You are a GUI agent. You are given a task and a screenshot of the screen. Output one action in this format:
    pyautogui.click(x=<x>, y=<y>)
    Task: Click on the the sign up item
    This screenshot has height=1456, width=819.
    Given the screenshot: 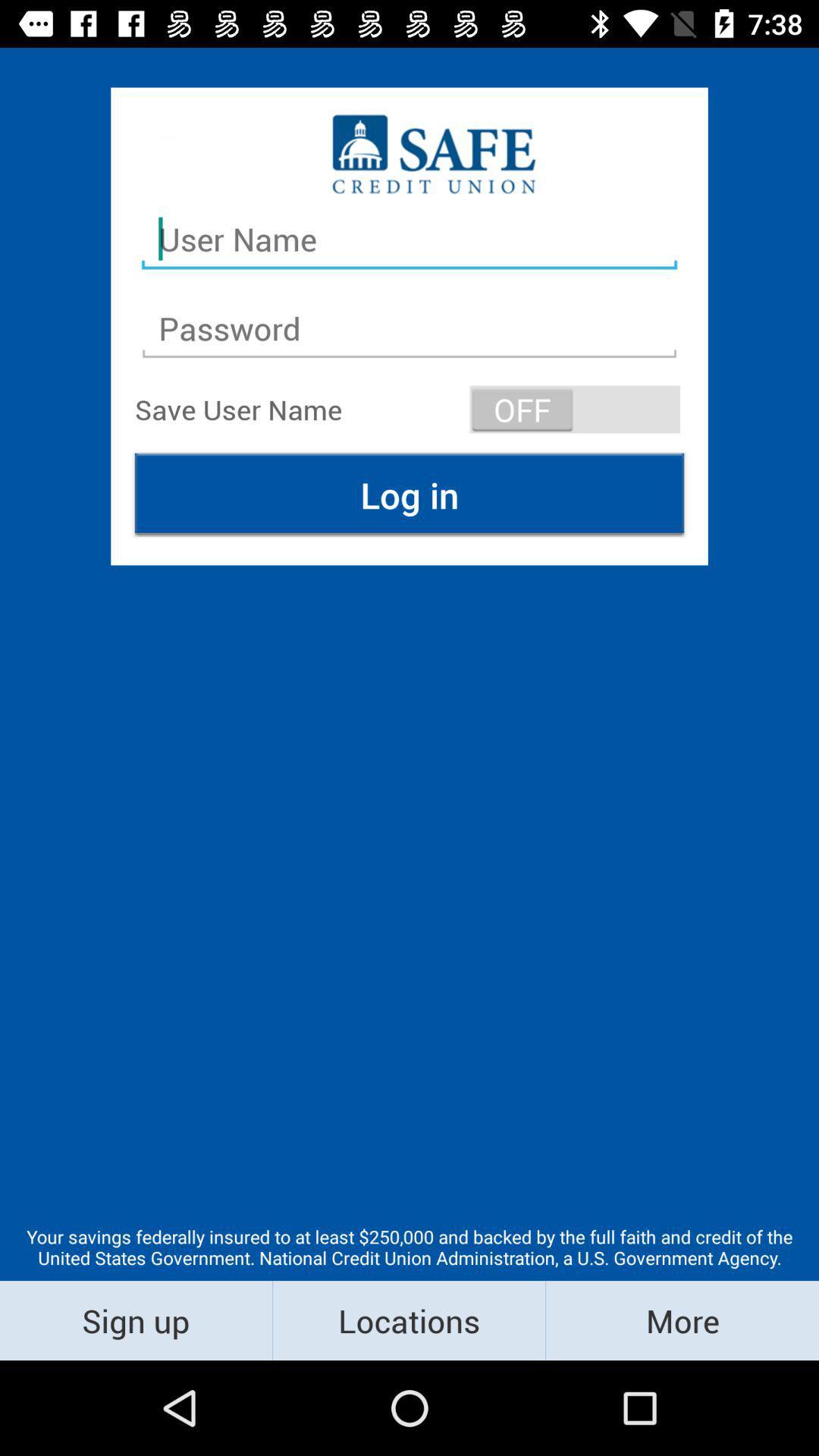 What is the action you would take?
    pyautogui.click(x=135, y=1319)
    